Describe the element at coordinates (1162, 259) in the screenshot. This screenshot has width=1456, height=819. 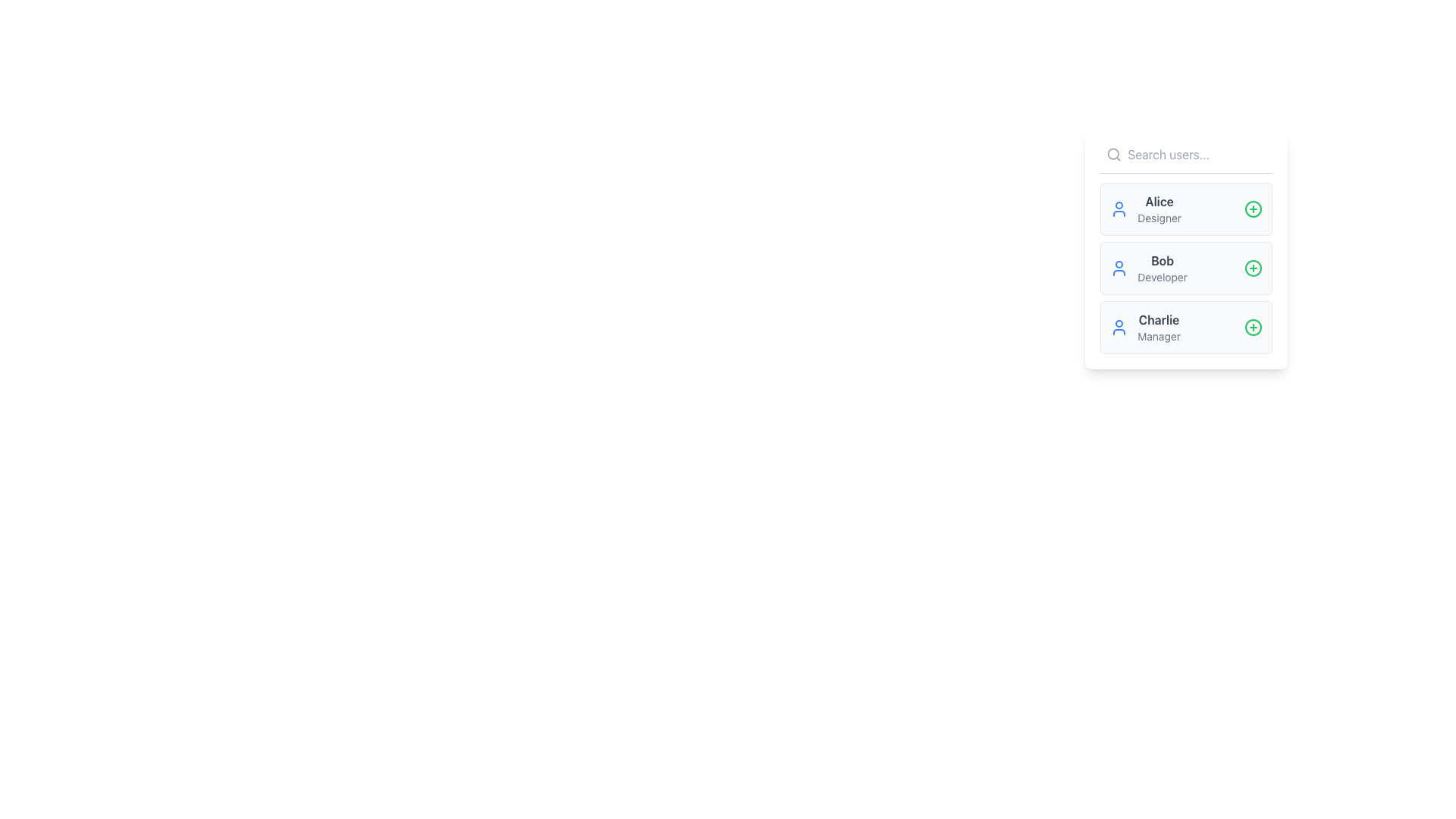
I see `text label 'Bob' which is part of the 'Bob - Developer' composite text in the vertical list` at that location.